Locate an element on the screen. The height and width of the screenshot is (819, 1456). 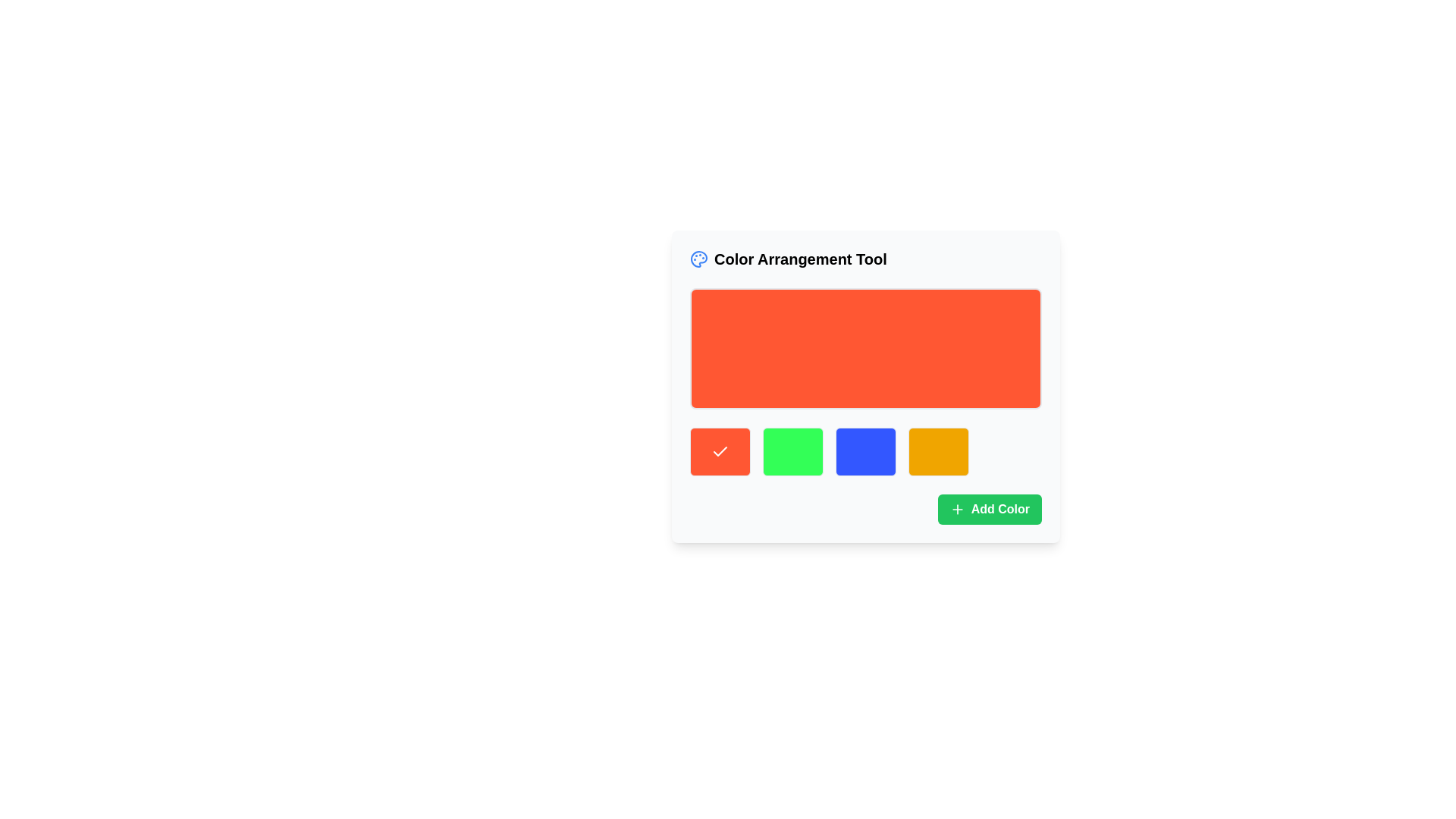
the third color selection box located below the main red rectangle in the color arrangement tool is located at coordinates (866, 451).